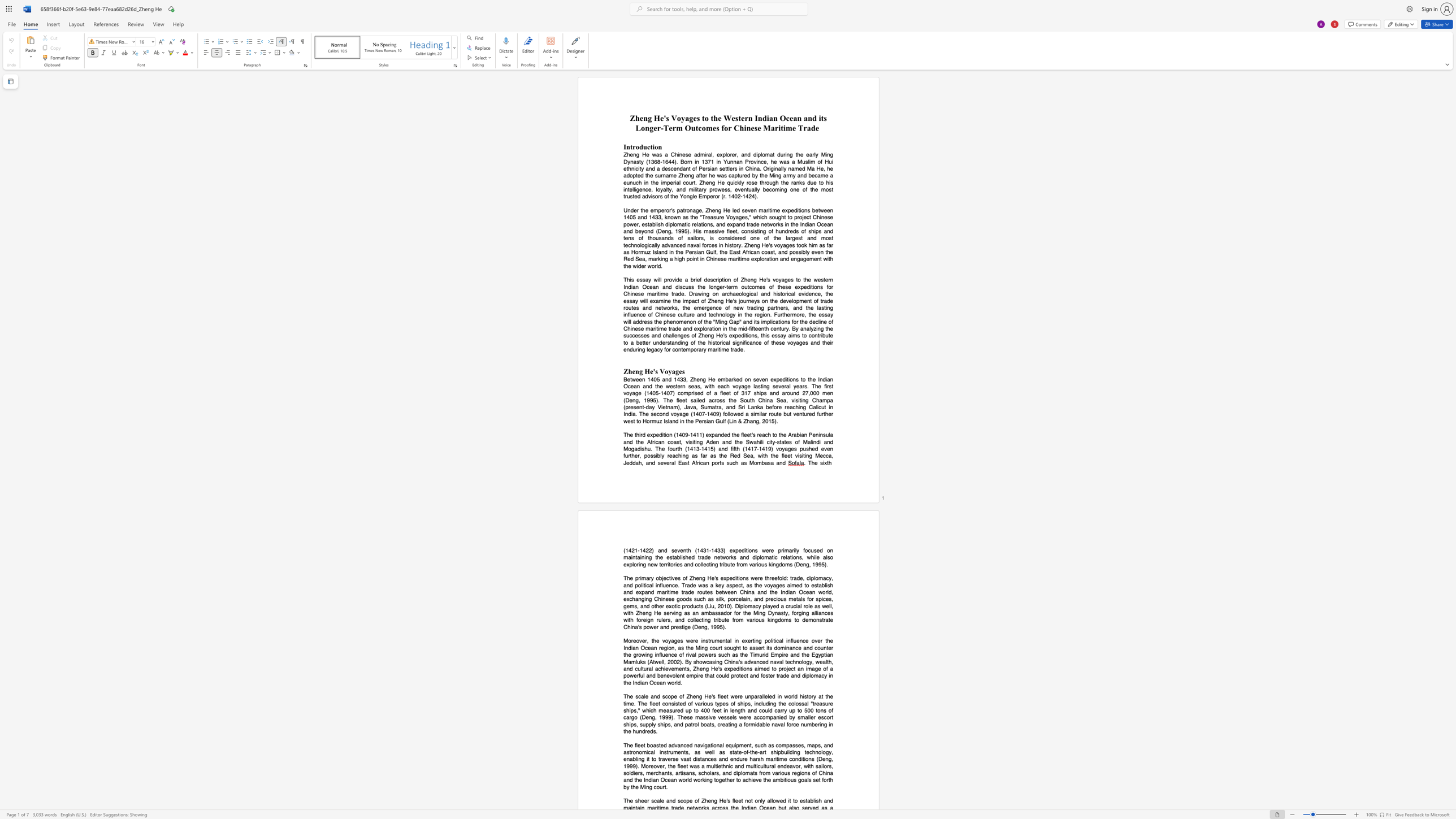  Describe the element at coordinates (817, 723) in the screenshot. I see `the subset text "ring in t" within the text "of ships, including the colossal"` at that location.